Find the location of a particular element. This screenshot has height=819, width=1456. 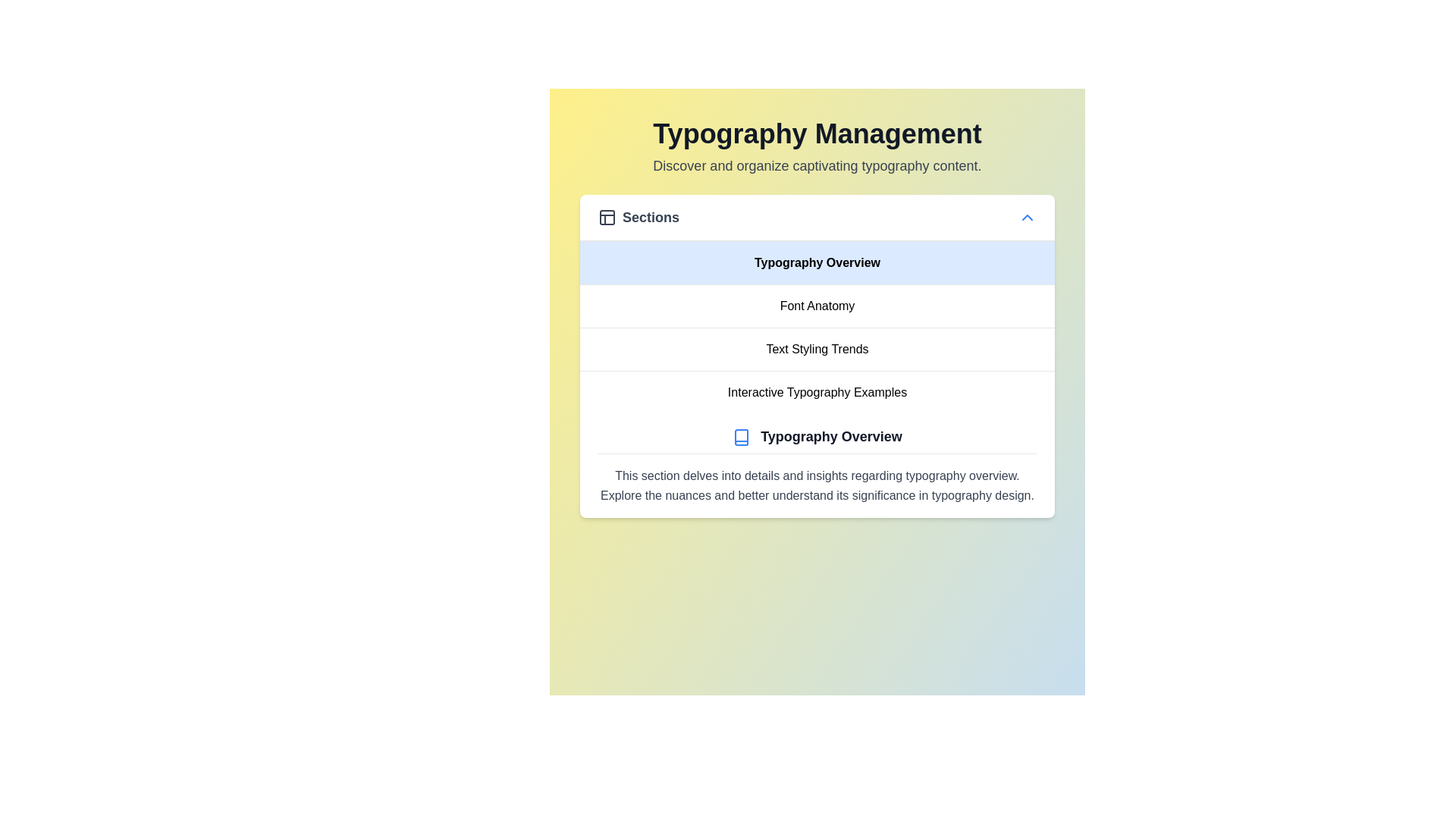

the icon resembling a window layout, which is located to the immediate left of the 'Sections' text in the header area of the panel-like component is located at coordinates (607, 217).